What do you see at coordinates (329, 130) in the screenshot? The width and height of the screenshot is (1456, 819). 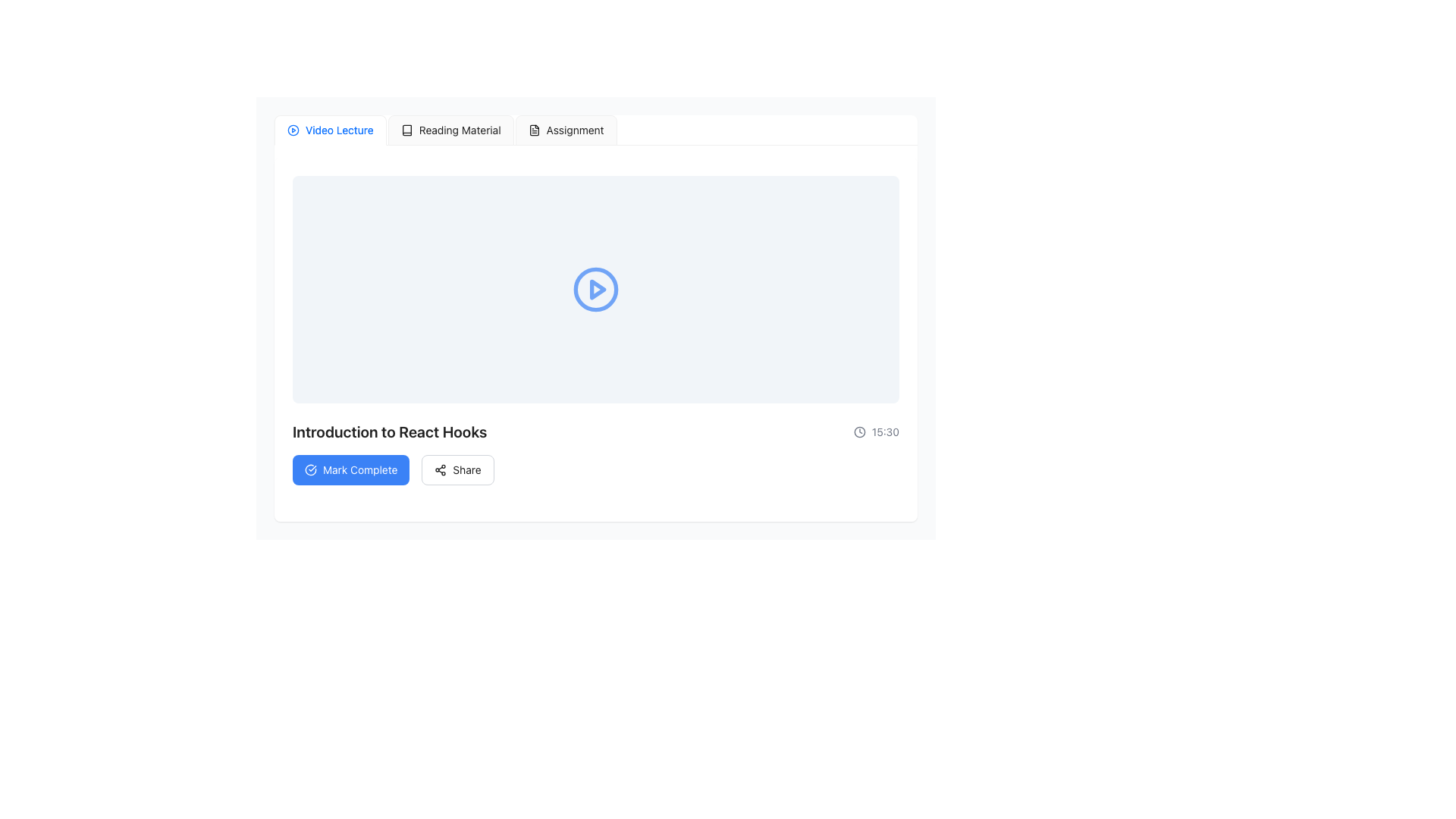 I see `the first tab on the top navigation bar that switches to 'Video Lecture' materials` at bounding box center [329, 130].